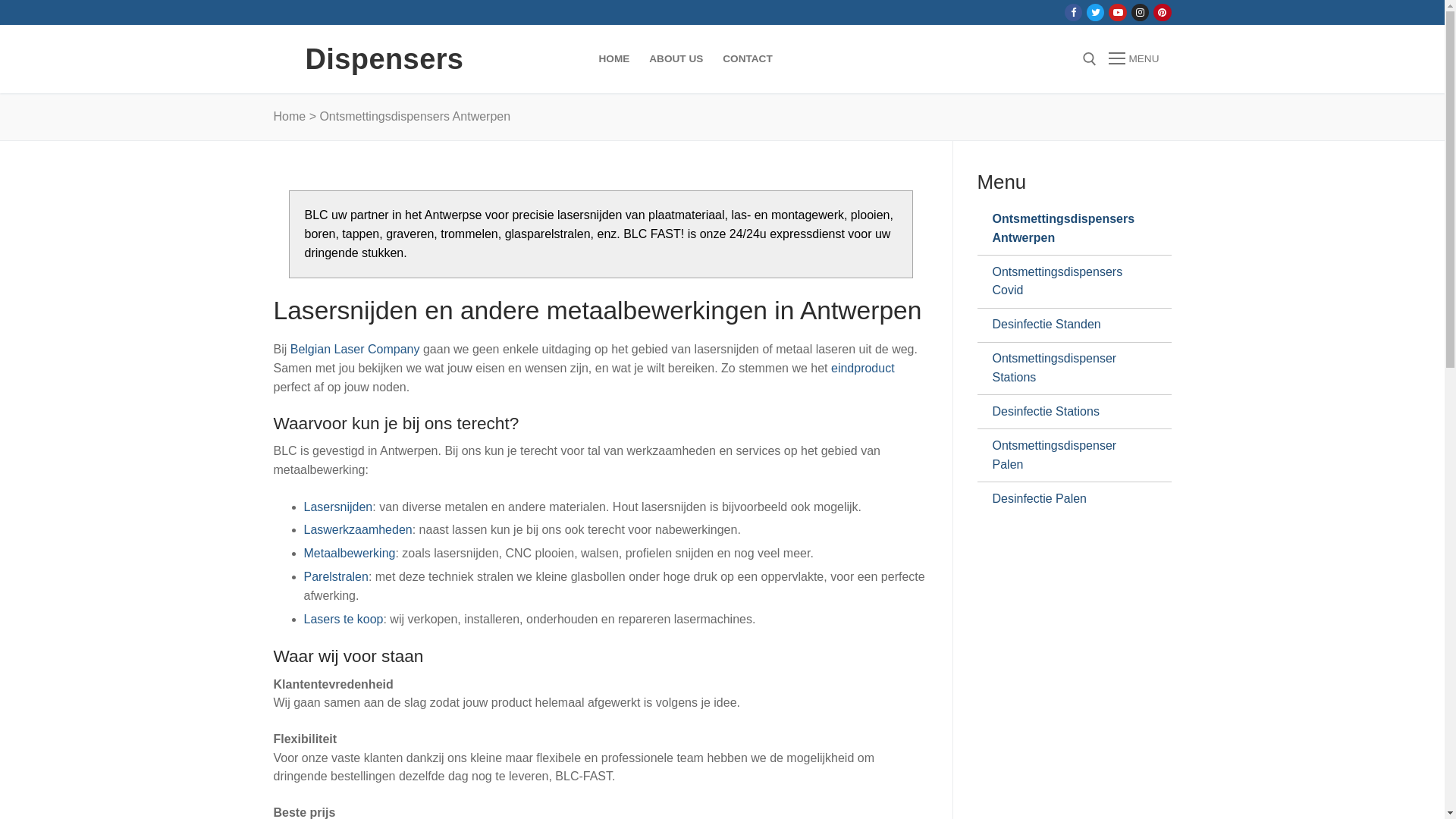  I want to click on 'Ontsmettingsdispenser Stations', so click(1066, 369).